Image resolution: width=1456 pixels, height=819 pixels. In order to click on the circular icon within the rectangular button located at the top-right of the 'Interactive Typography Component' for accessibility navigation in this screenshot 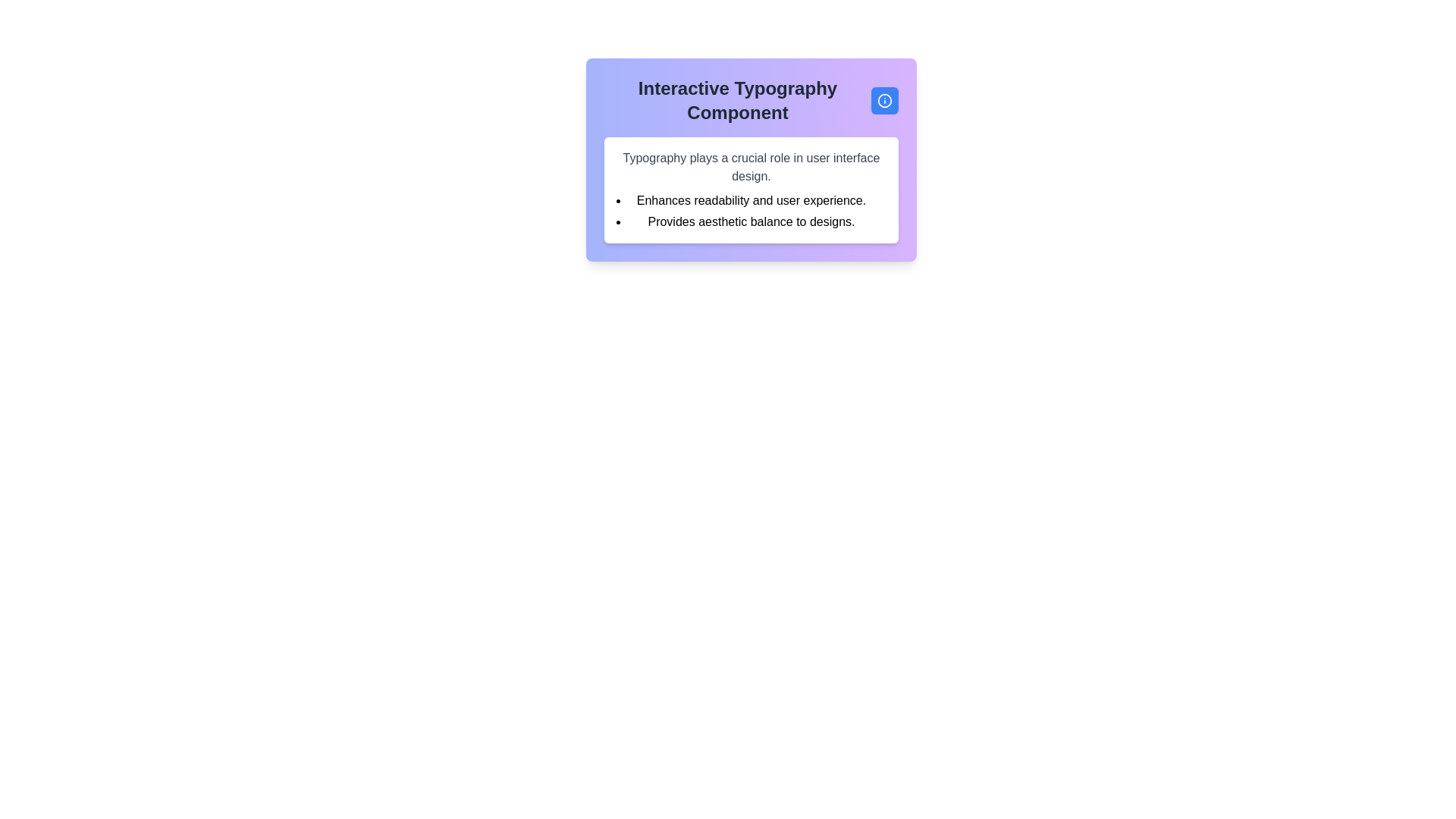, I will do `click(884, 100)`.